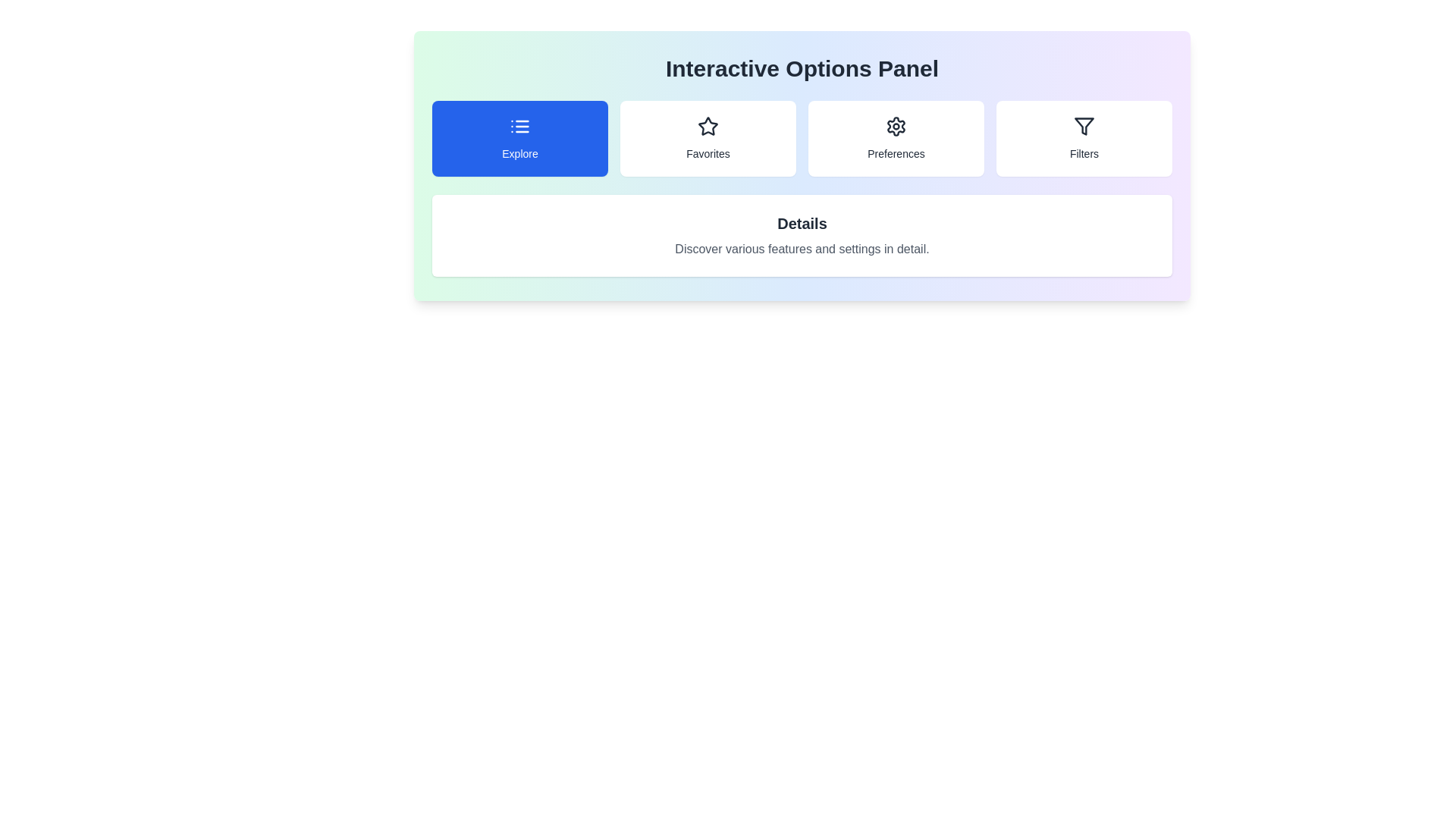  I want to click on the 'Preferences' icon located in the third option card of the 'Interactive Options Panel', which serves as a visual indicator for settings or configuration, so click(896, 125).